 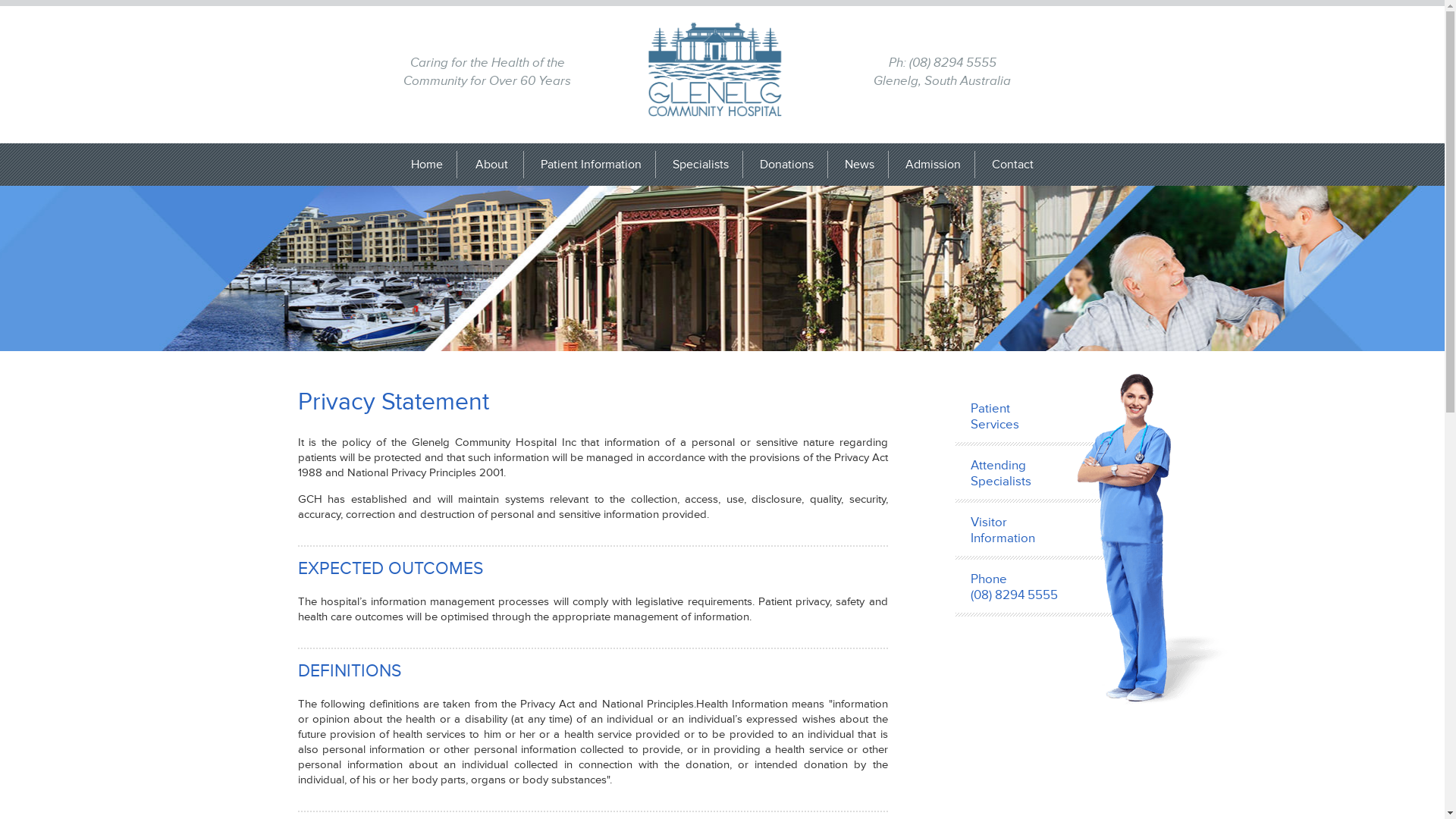 I want to click on 'Attending, so click(x=1054, y=473).